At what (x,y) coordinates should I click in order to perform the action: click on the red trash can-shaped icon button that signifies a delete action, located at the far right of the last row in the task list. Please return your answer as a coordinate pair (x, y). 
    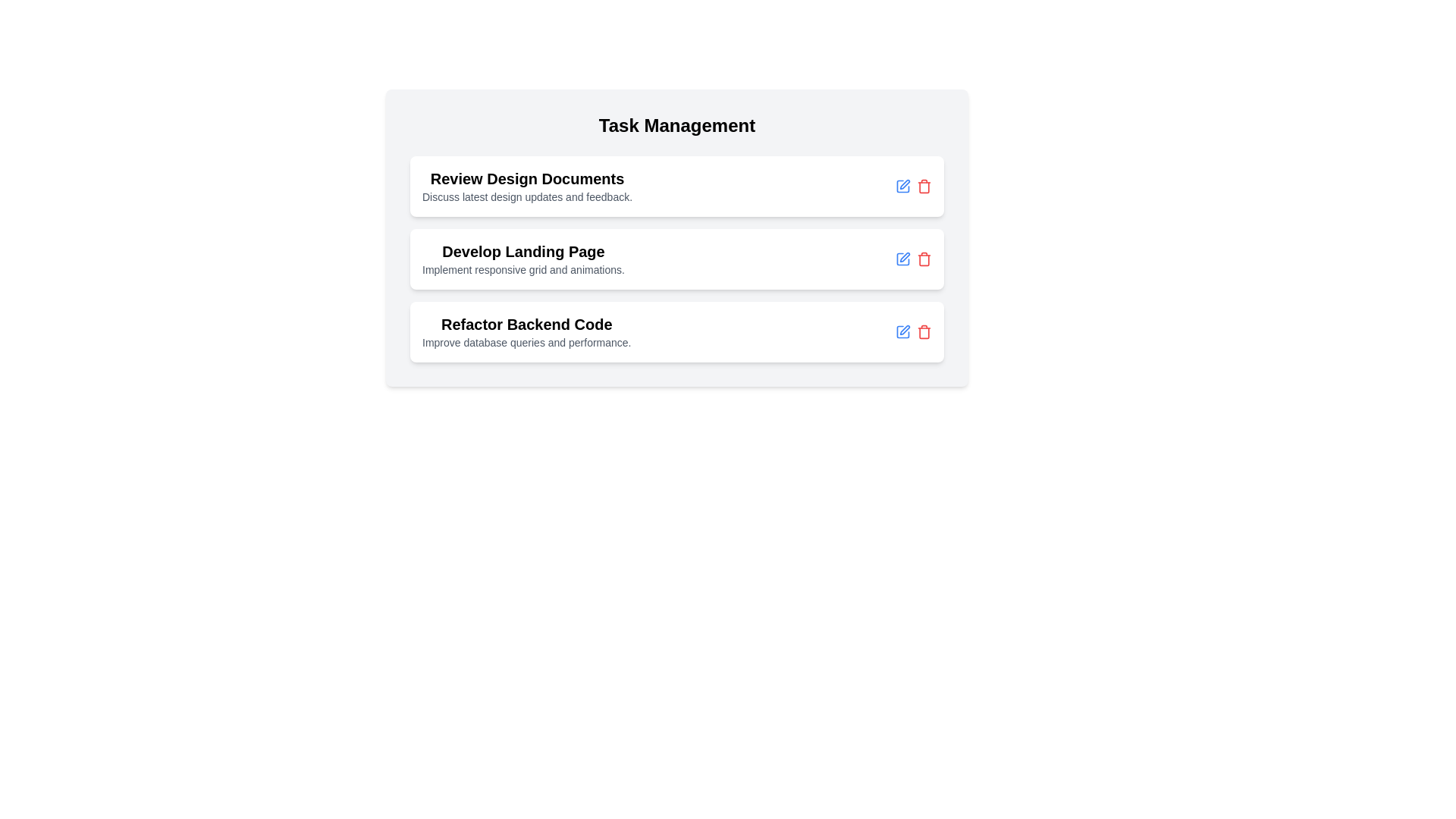
    Looking at the image, I should click on (924, 186).